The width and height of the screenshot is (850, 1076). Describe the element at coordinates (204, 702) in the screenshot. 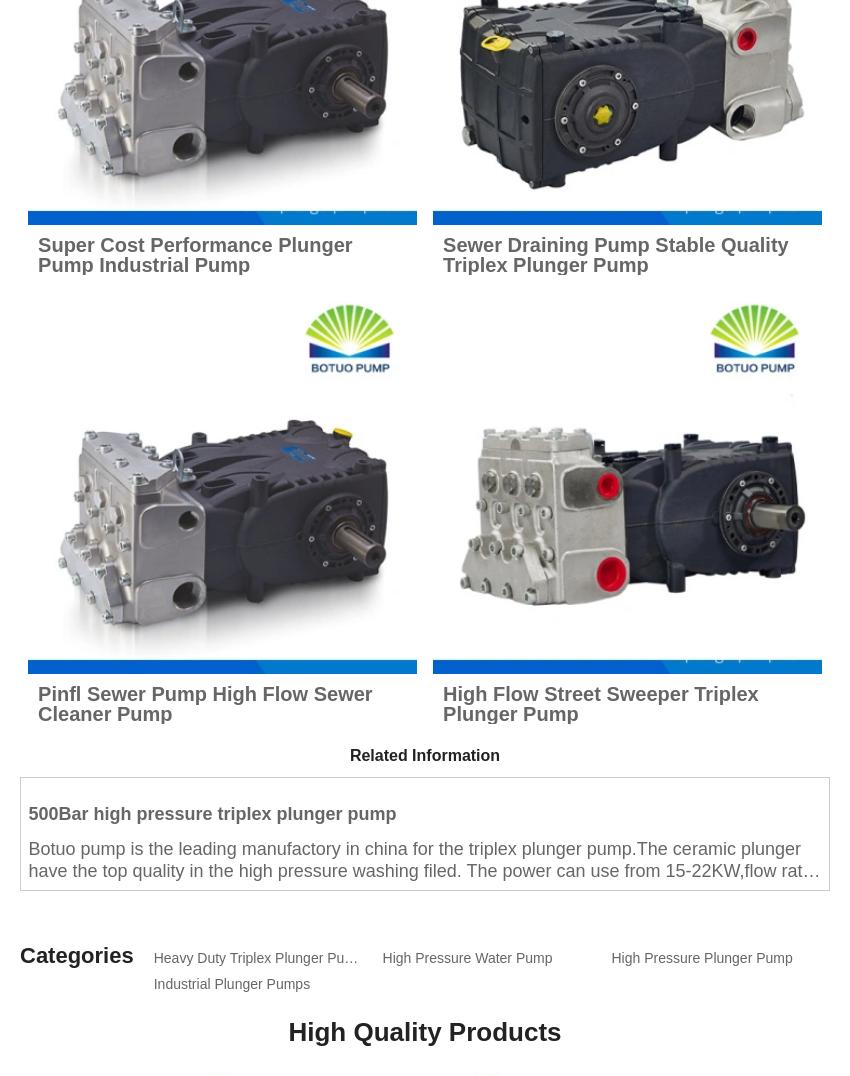

I see `'Pinfl Sewer Pump High Flow Sewer Cleaner Pump'` at that location.